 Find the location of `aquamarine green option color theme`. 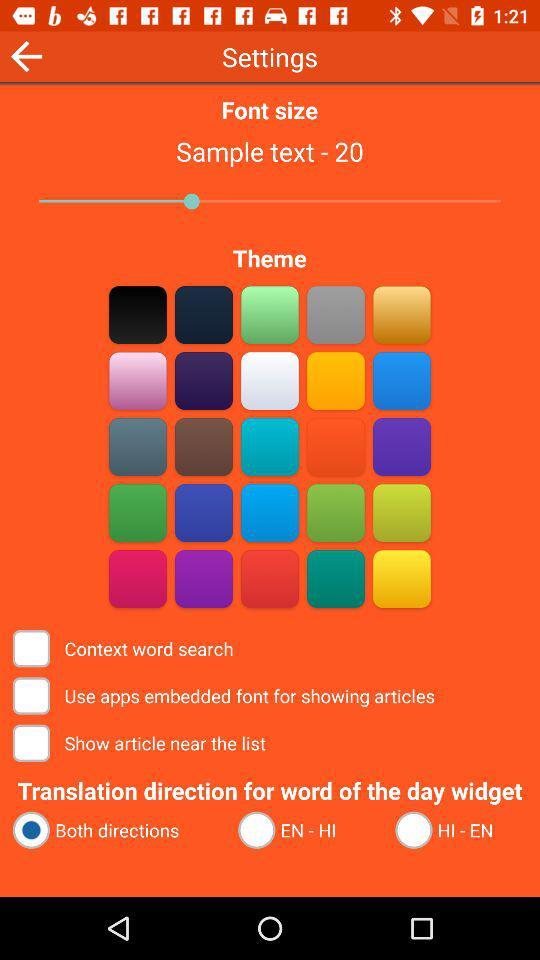

aquamarine green option color theme is located at coordinates (270, 314).